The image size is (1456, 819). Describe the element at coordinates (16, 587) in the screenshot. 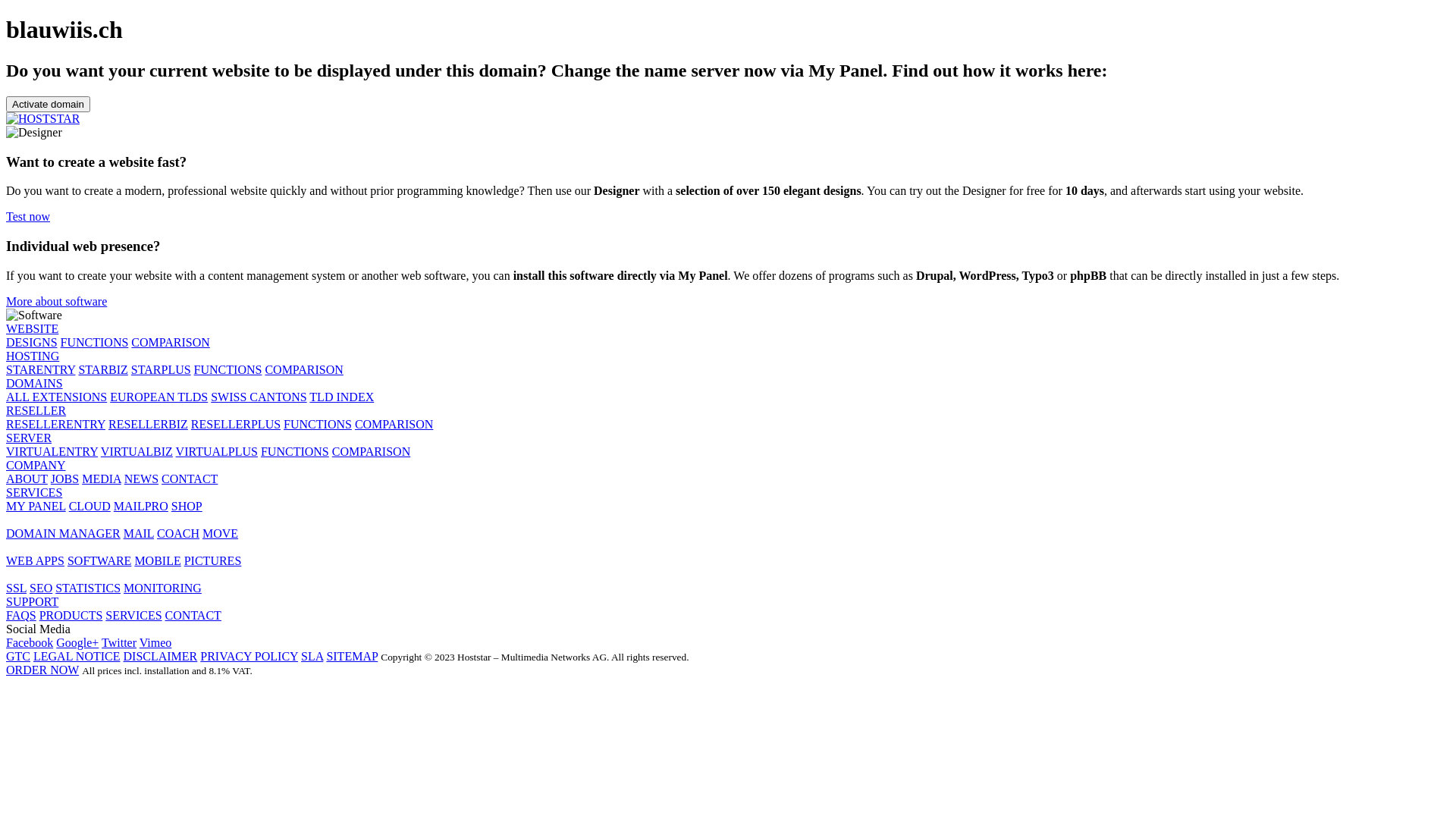

I see `'SSL'` at that location.